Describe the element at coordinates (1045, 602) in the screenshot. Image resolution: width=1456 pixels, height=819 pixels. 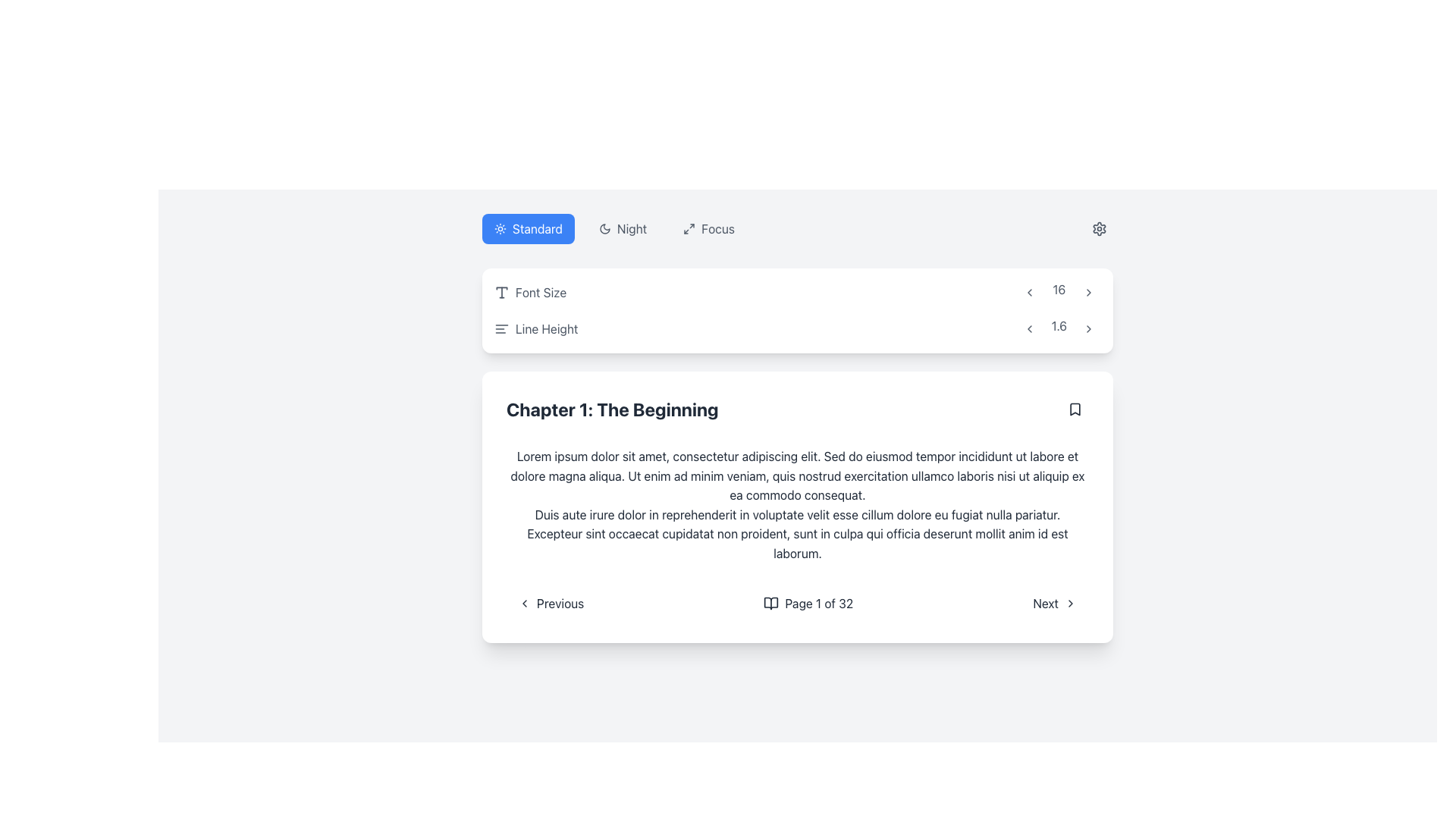
I see `the 'Next' text element within the navigation button, which is styled with rounded corners and positioned` at that location.